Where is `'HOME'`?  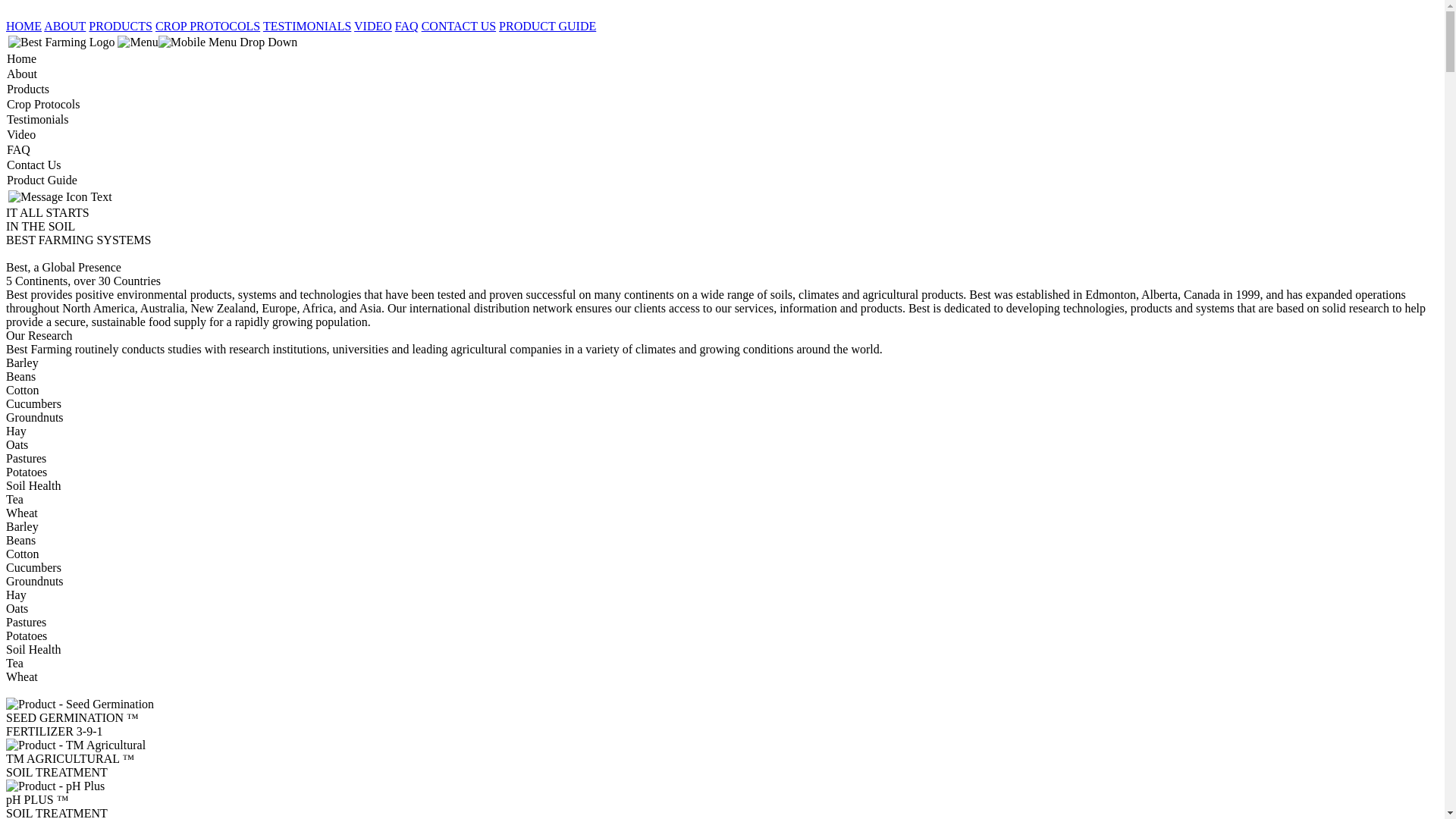 'HOME' is located at coordinates (24, 26).